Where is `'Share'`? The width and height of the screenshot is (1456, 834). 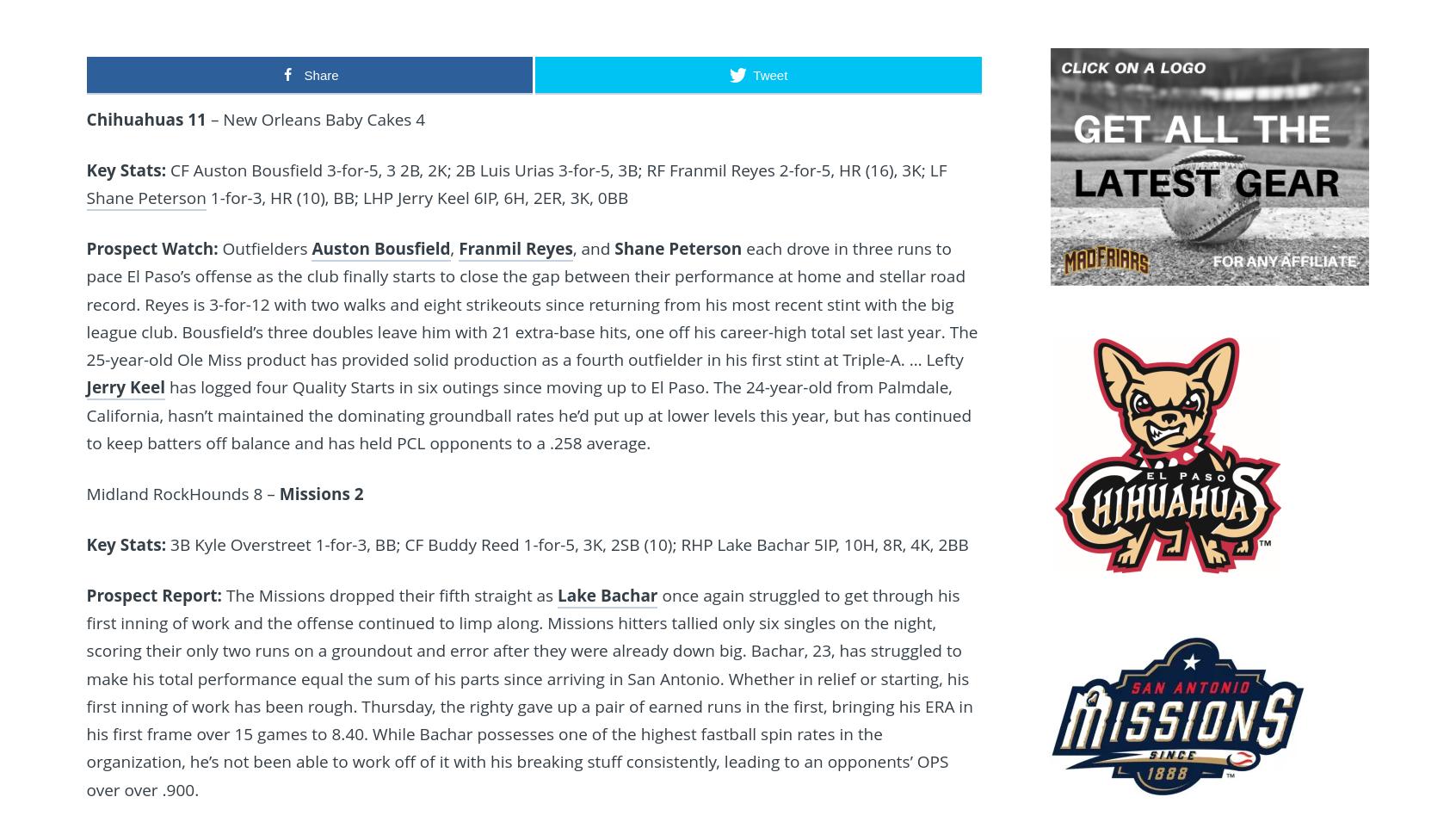 'Share' is located at coordinates (320, 73).